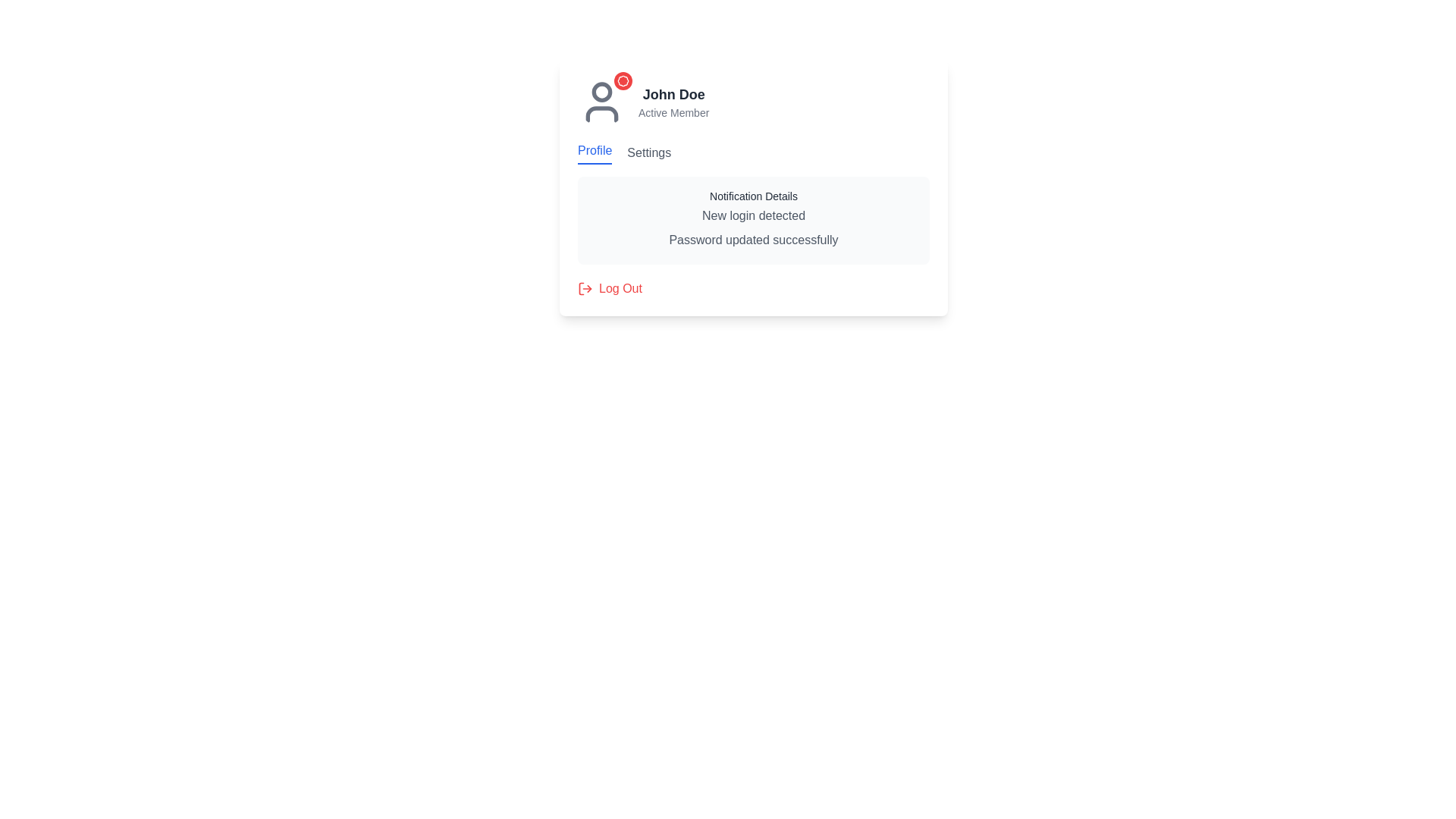 The height and width of the screenshot is (819, 1456). Describe the element at coordinates (753, 216) in the screenshot. I see `the notification text that indicates a new login activity, which is the first item in the notification list above the 'Password updated successfully' label` at that location.